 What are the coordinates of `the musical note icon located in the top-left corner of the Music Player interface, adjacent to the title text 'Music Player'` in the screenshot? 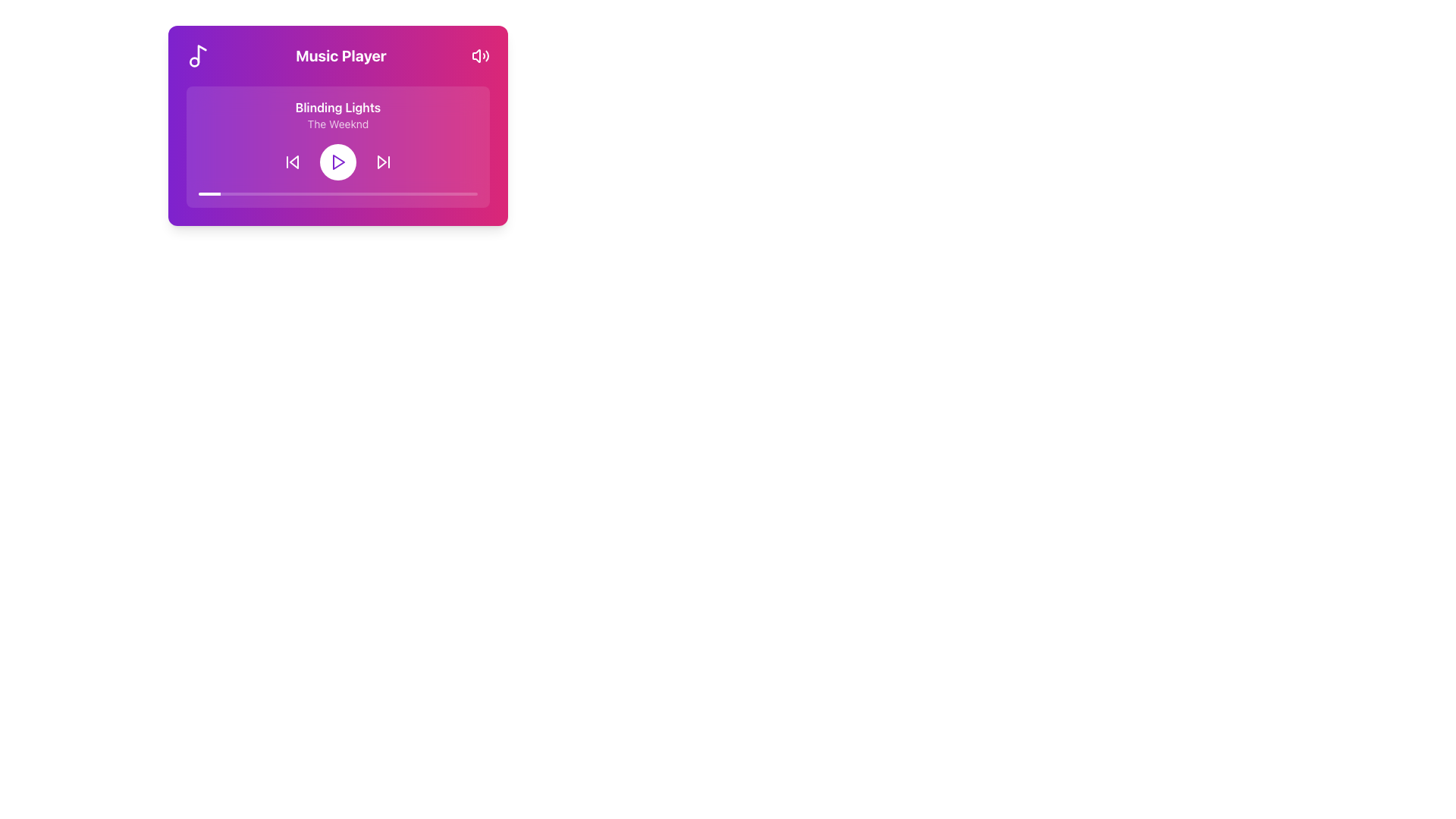 It's located at (198, 55).